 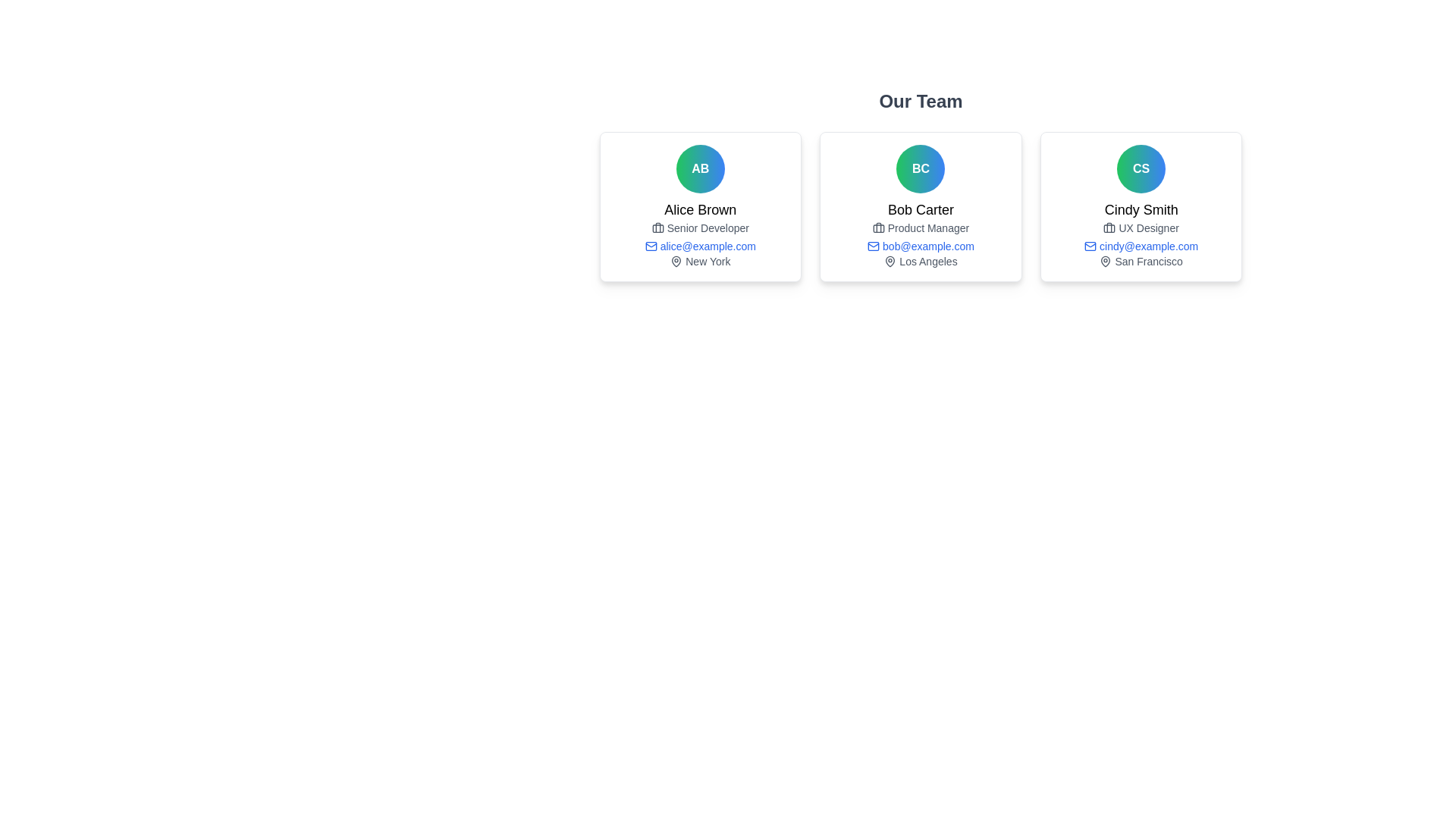 What do you see at coordinates (920, 207) in the screenshot?
I see `an individual profile card in the Grid Layout showcasing team members' profiles, positioned below the 'Our Team' text` at bounding box center [920, 207].